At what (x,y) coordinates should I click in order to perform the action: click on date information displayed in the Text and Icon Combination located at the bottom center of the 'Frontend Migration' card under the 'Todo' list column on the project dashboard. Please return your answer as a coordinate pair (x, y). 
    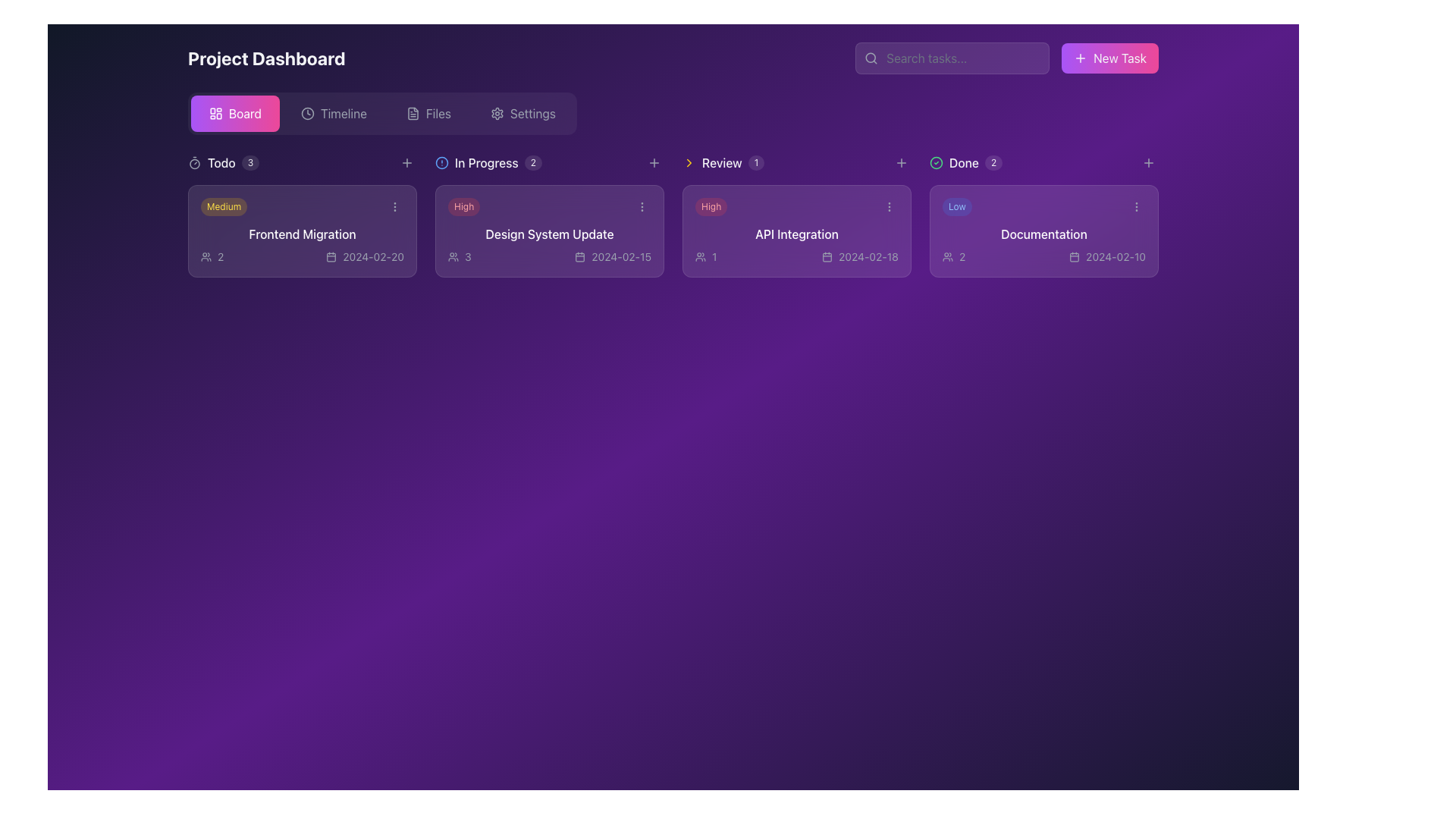
    Looking at the image, I should click on (365, 256).